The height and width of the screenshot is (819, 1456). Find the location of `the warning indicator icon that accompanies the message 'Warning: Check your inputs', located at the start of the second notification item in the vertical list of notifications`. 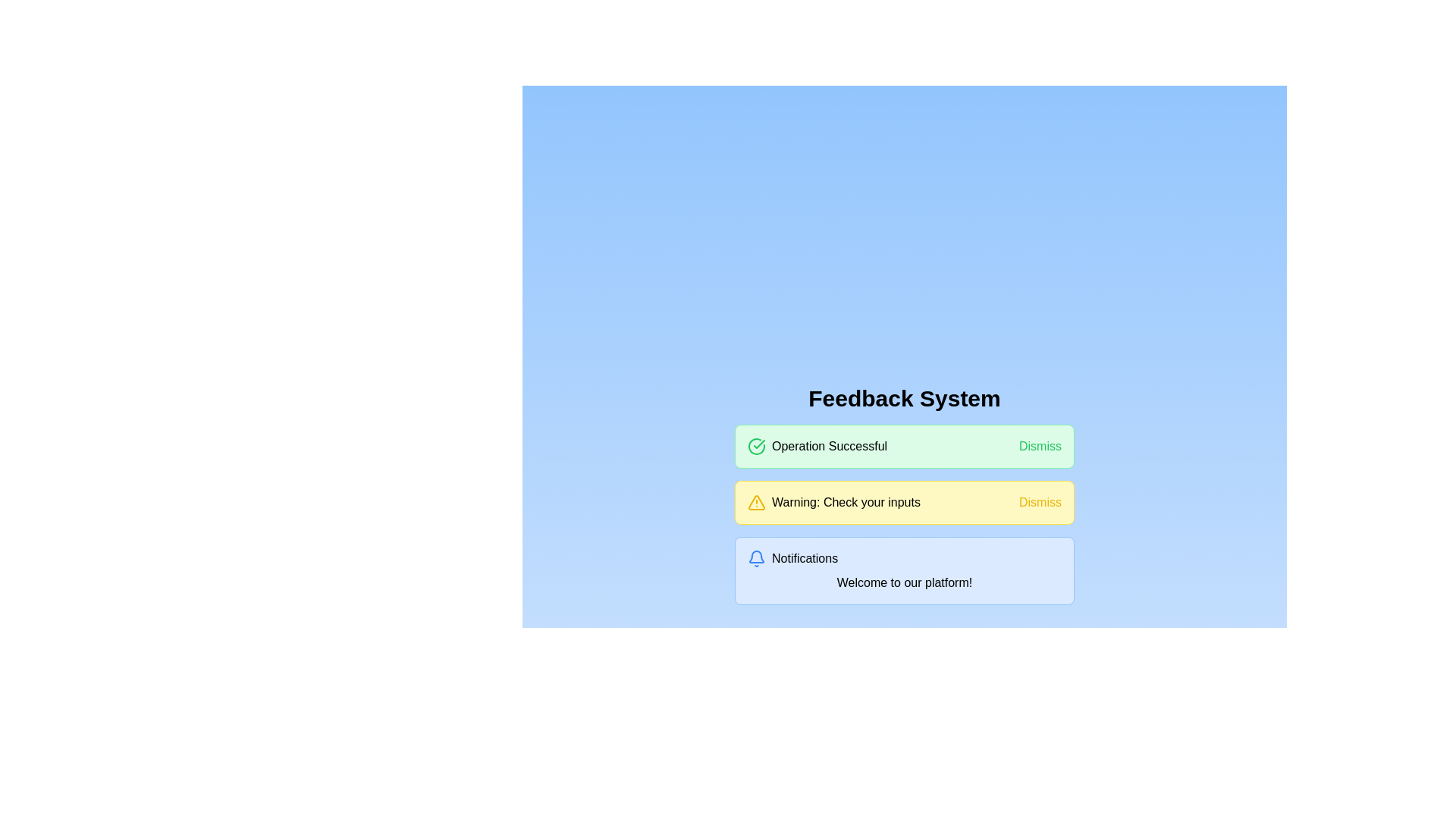

the warning indicator icon that accompanies the message 'Warning: Check your inputs', located at the start of the second notification item in the vertical list of notifications is located at coordinates (757, 503).